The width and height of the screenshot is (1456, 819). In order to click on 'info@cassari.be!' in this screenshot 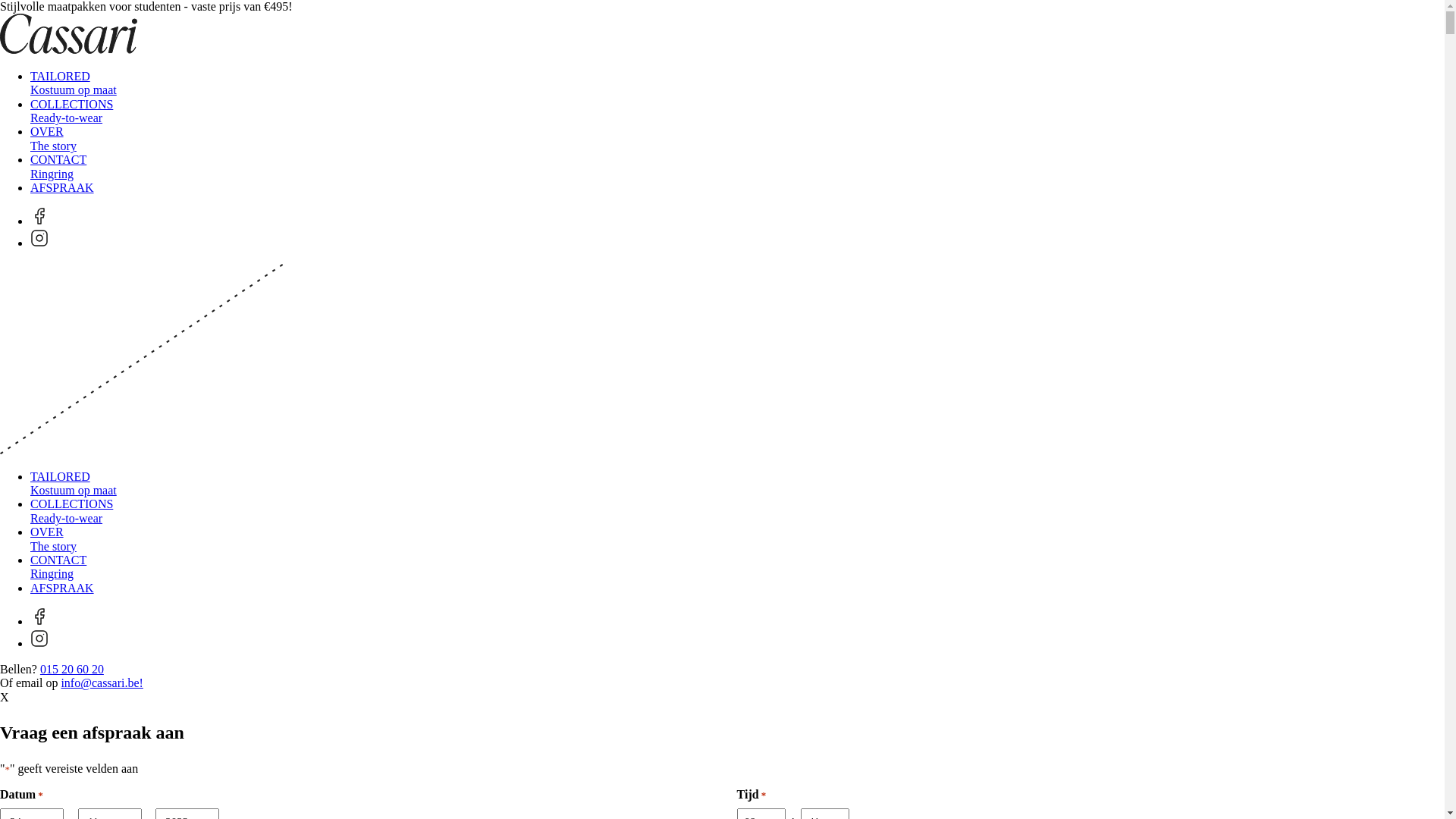, I will do `click(101, 682)`.